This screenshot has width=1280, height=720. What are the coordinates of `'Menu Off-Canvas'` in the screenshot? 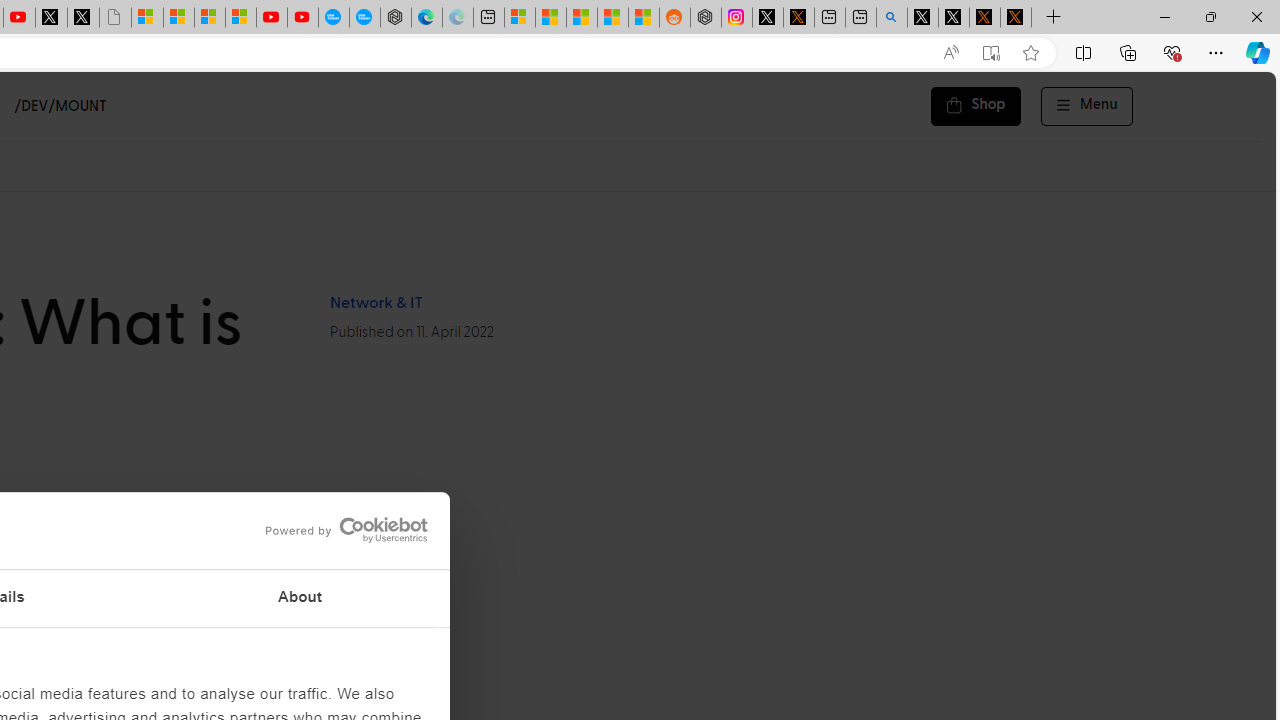 It's located at (1086, 106).